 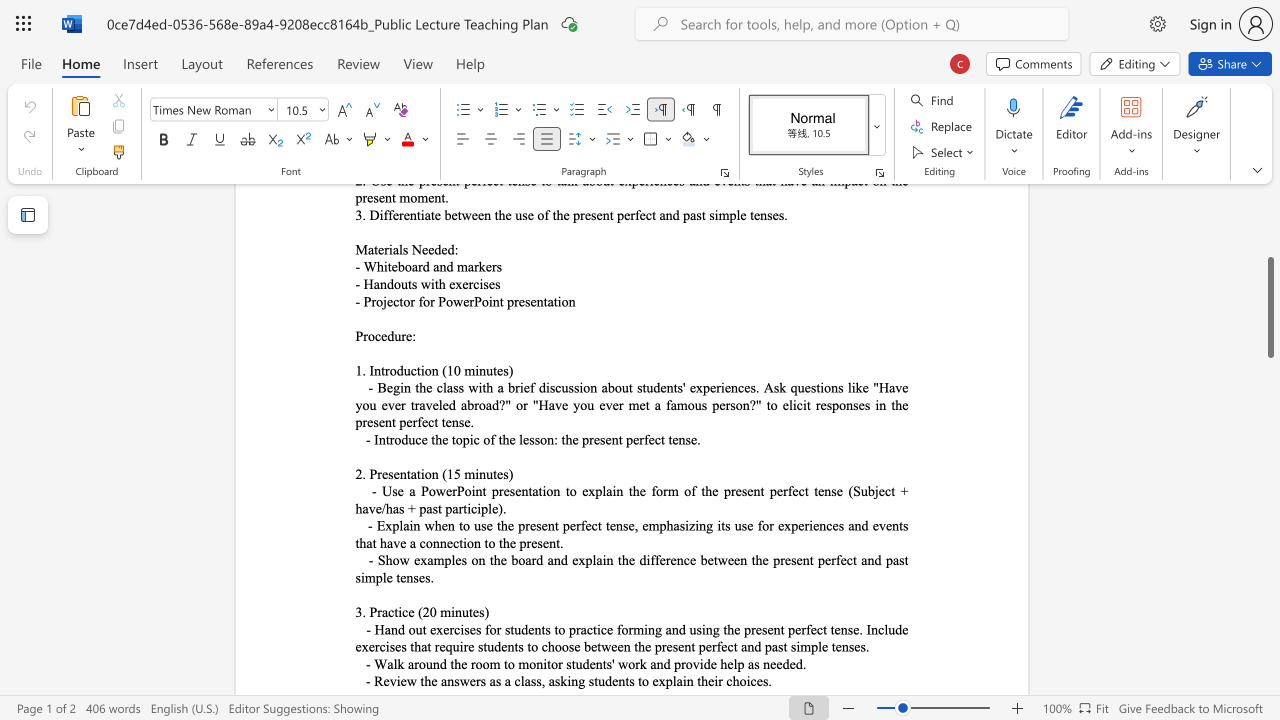 I want to click on the 5th character "r" in the text, so click(x=784, y=491).